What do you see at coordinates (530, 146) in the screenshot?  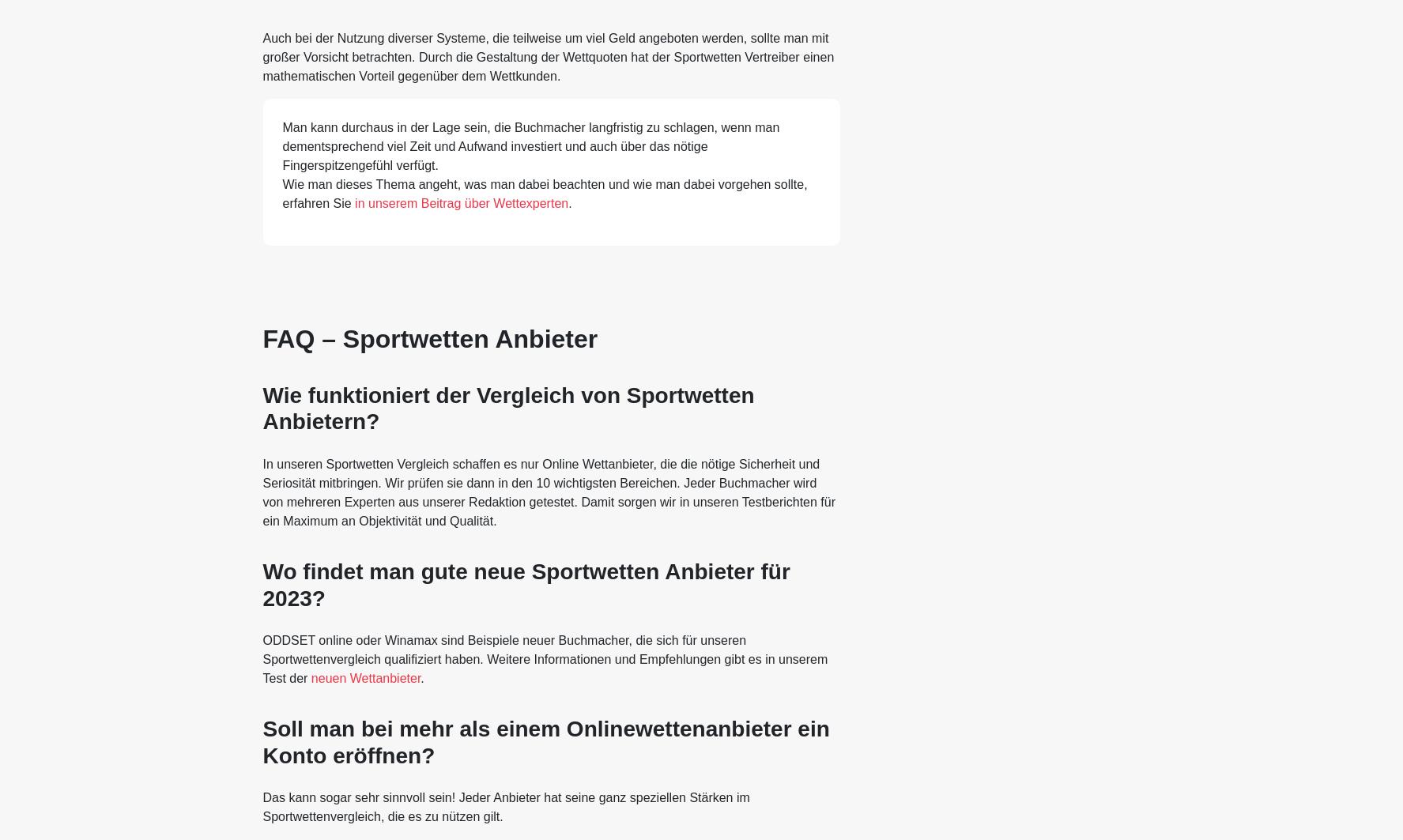 I see `'Man kann durchaus in der Lage sein, die Buchmacher langfristig zu schlagen, wenn man dementsprechend viel Zeit und Aufwand investiert und auch über das nötige Fingerspitzengefühl verfügt.'` at bounding box center [530, 146].